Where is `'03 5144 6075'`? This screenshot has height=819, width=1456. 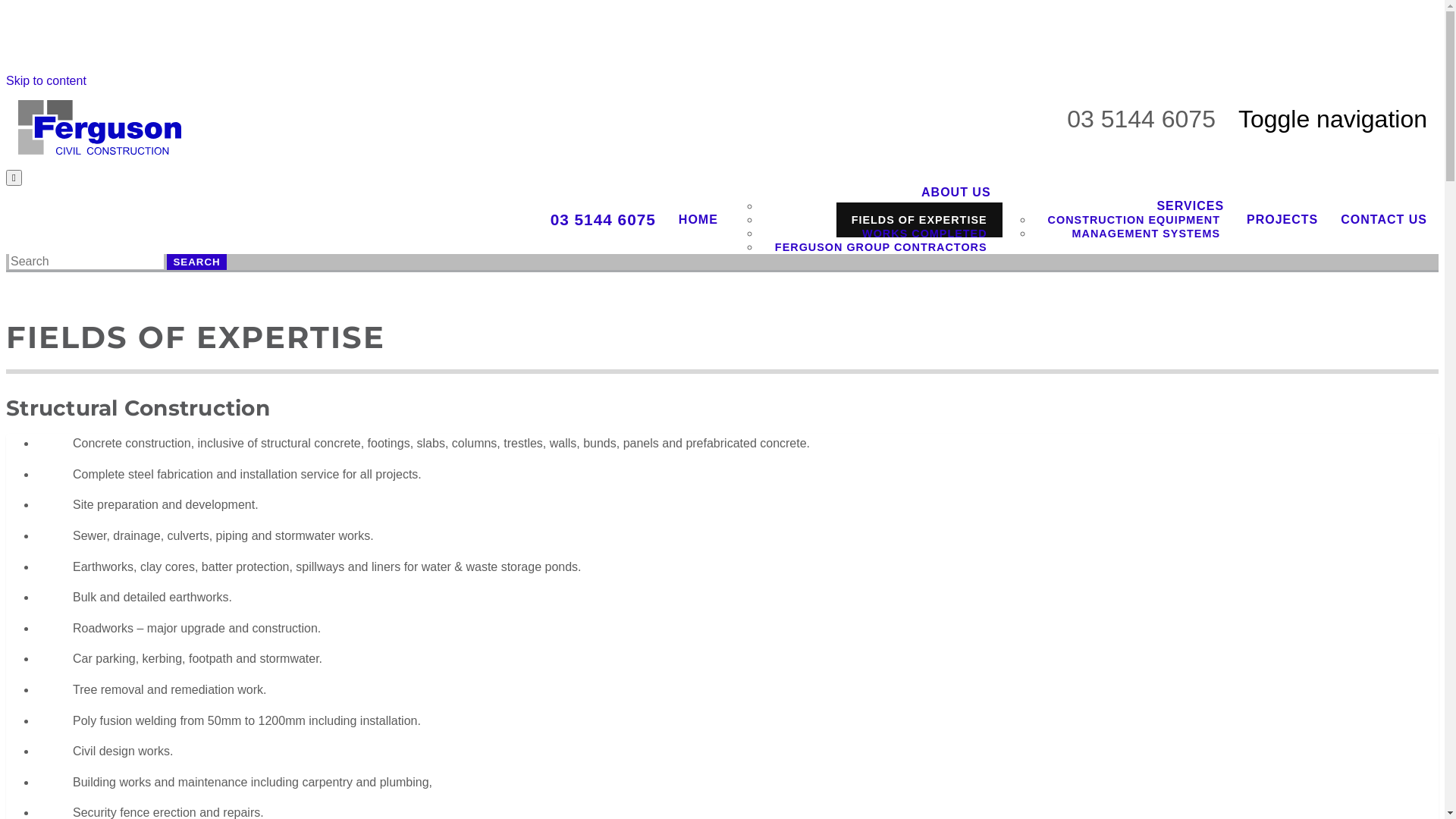
'03 5144 6075' is located at coordinates (602, 219).